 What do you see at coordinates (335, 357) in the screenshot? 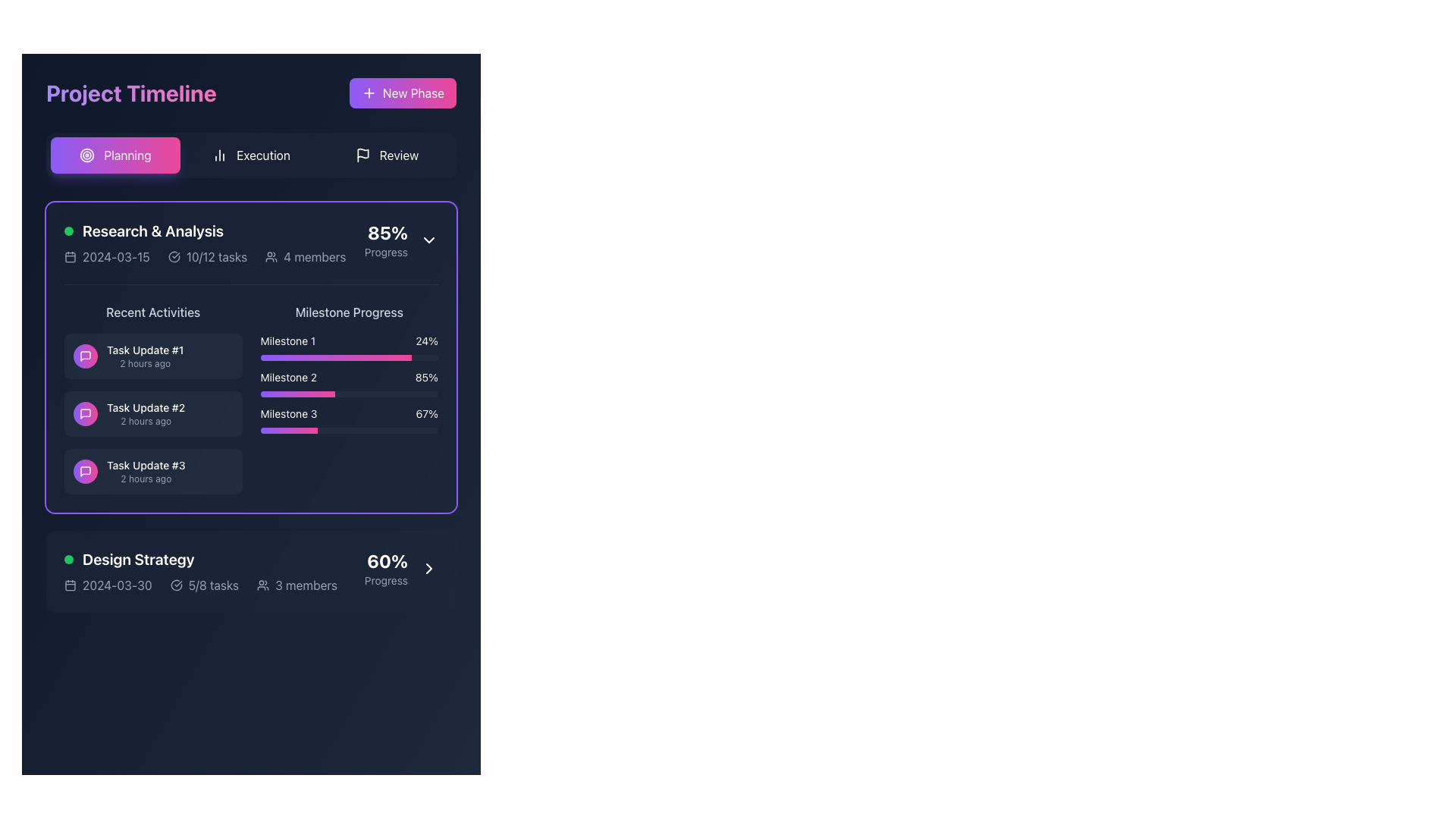
I see `the progress bar indicating the completion status for 'Milestone 1' located under the 'Milestone 1' label in the 'Research & Analysis' panel` at bounding box center [335, 357].